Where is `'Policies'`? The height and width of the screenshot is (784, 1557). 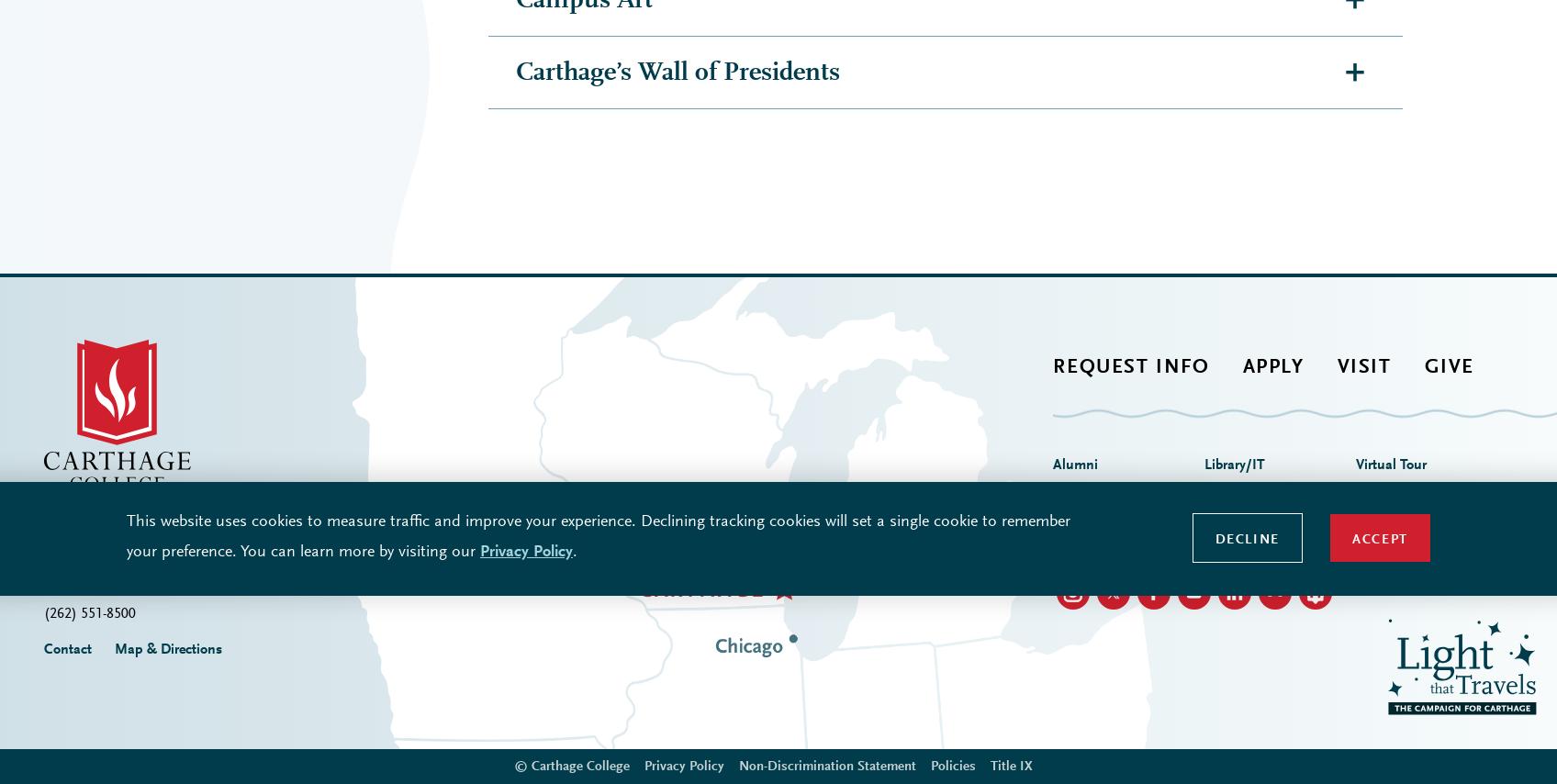 'Policies' is located at coordinates (952, 439).